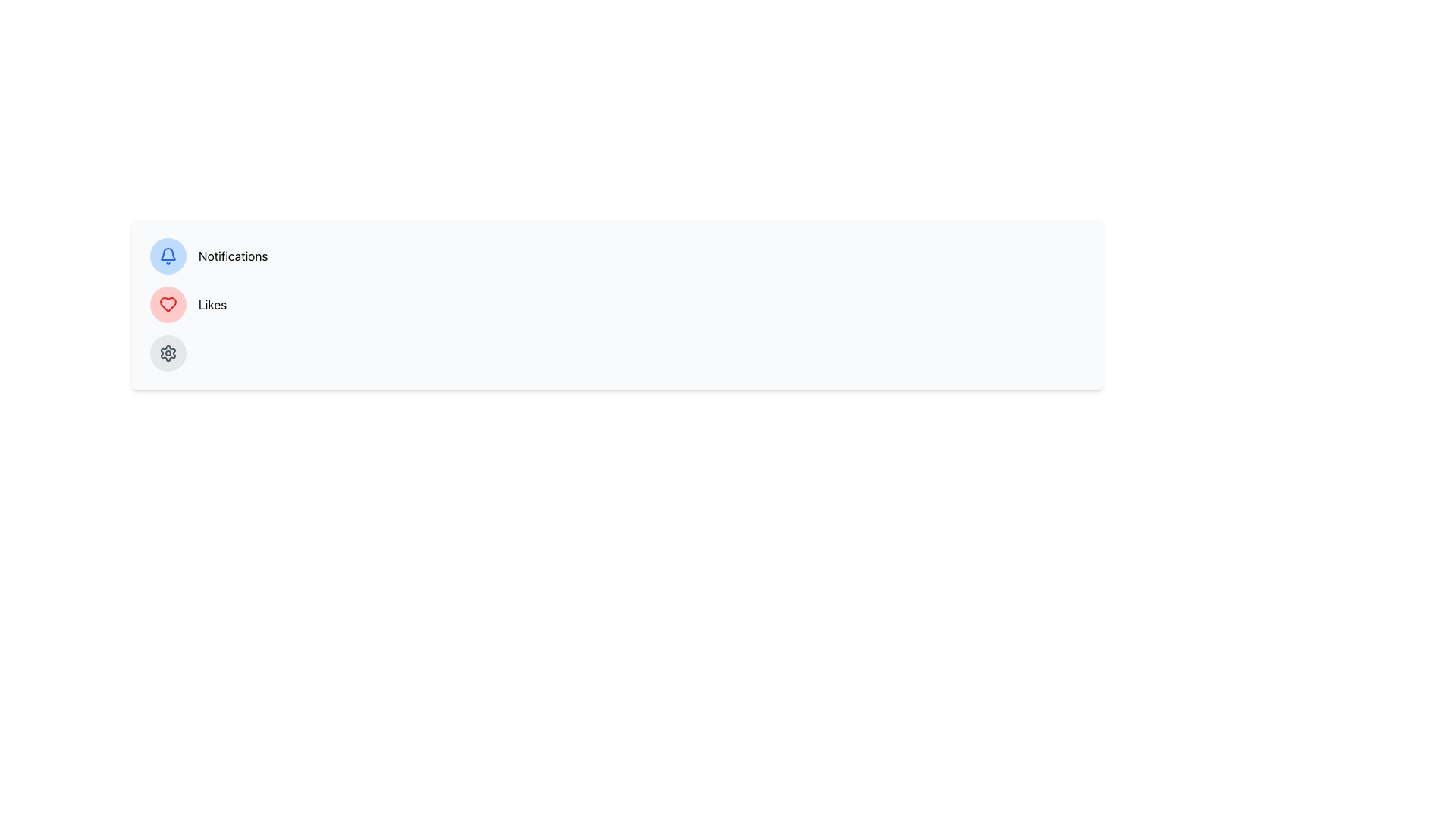 The image size is (1456, 819). What do you see at coordinates (232, 256) in the screenshot?
I see `the Text label that describes the notification functionality, which is positioned to the right of the bell icon` at bounding box center [232, 256].